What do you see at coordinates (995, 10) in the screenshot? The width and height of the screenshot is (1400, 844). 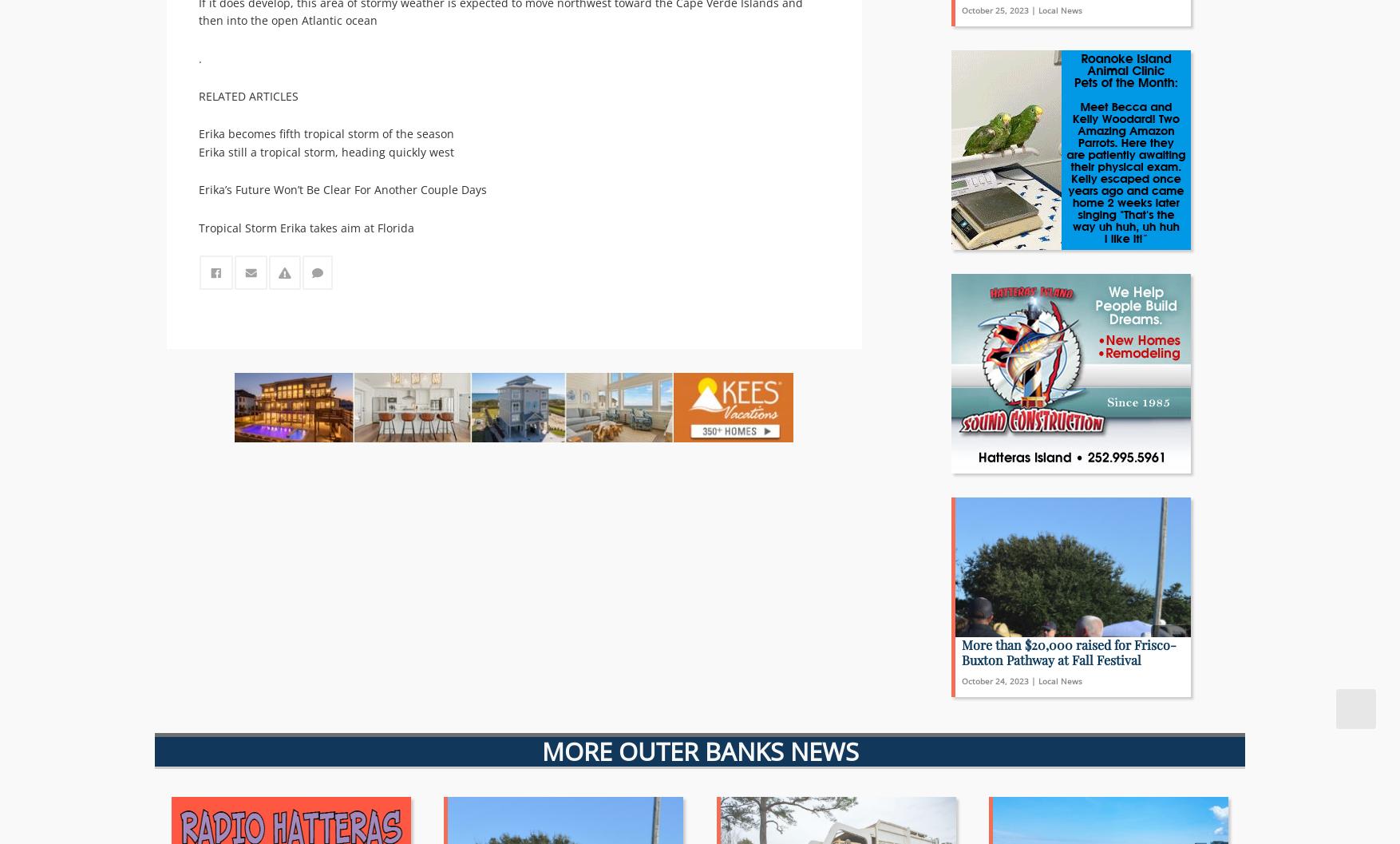 I see `'October 25, 2023'` at bounding box center [995, 10].